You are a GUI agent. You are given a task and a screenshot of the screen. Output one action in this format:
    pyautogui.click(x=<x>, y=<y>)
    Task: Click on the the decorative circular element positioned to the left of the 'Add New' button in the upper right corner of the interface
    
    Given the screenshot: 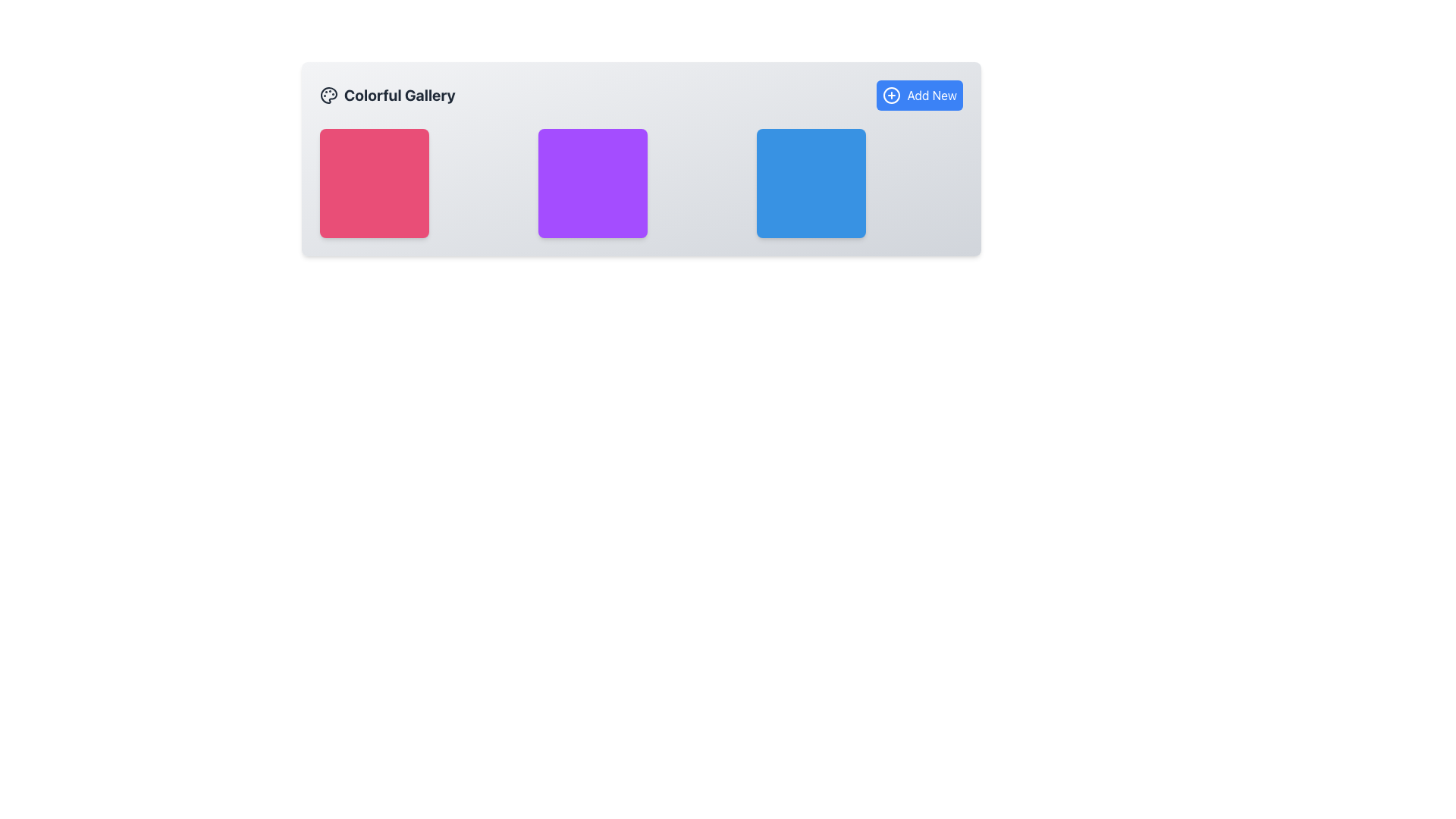 What is the action you would take?
    pyautogui.click(x=892, y=96)
    